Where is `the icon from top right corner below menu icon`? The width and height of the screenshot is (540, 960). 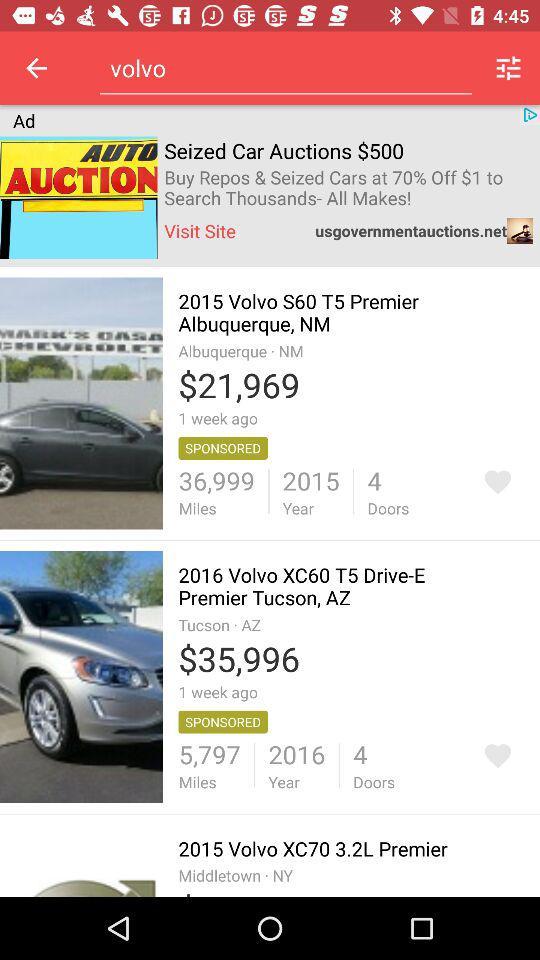 the icon from top right corner below menu icon is located at coordinates (530, 115).